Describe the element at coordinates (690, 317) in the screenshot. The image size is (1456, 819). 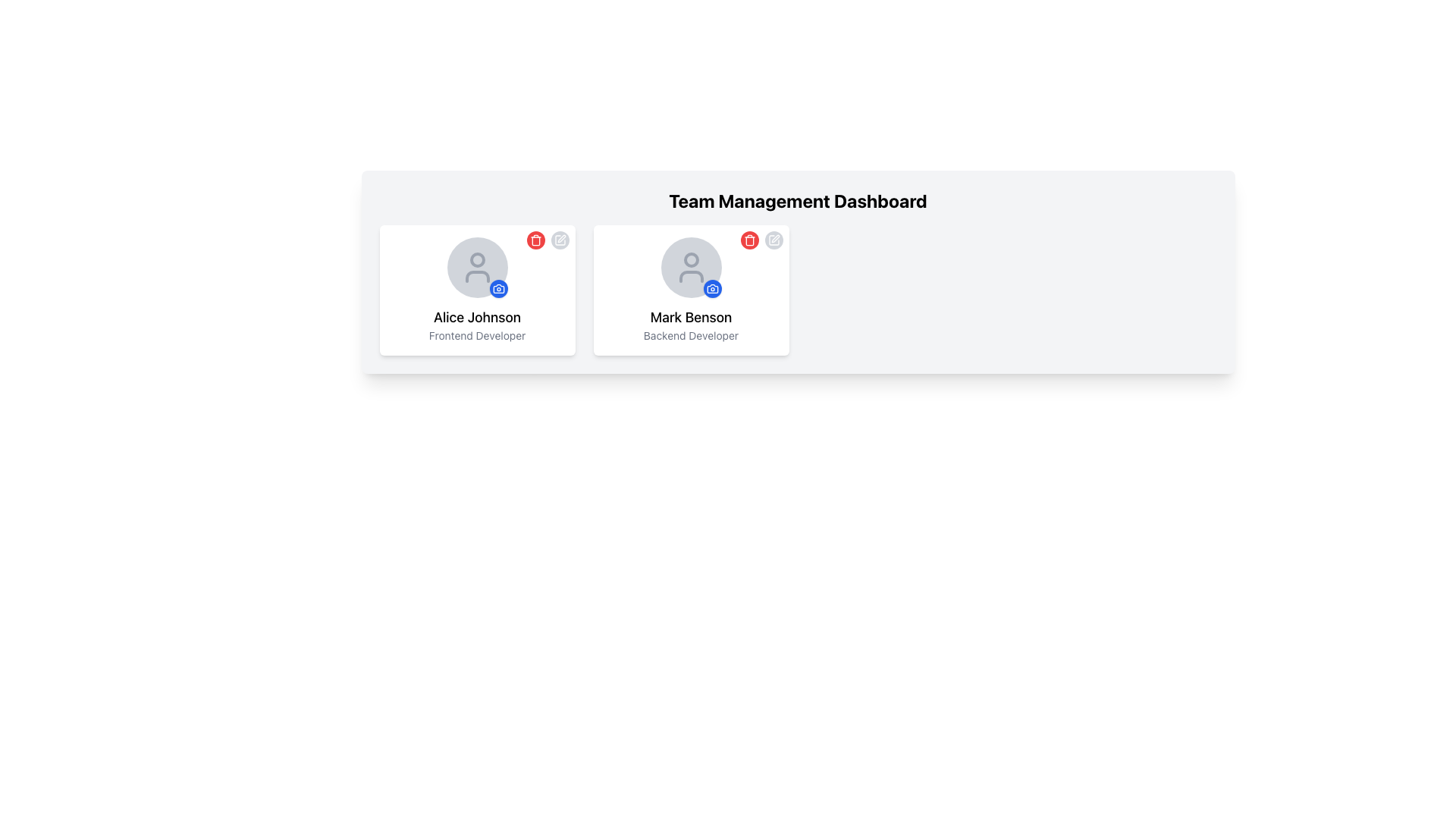
I see `the second text label in the profile card that displays the individual's name, located beneath the avatar icon and above the 'Backend Developer' label` at that location.